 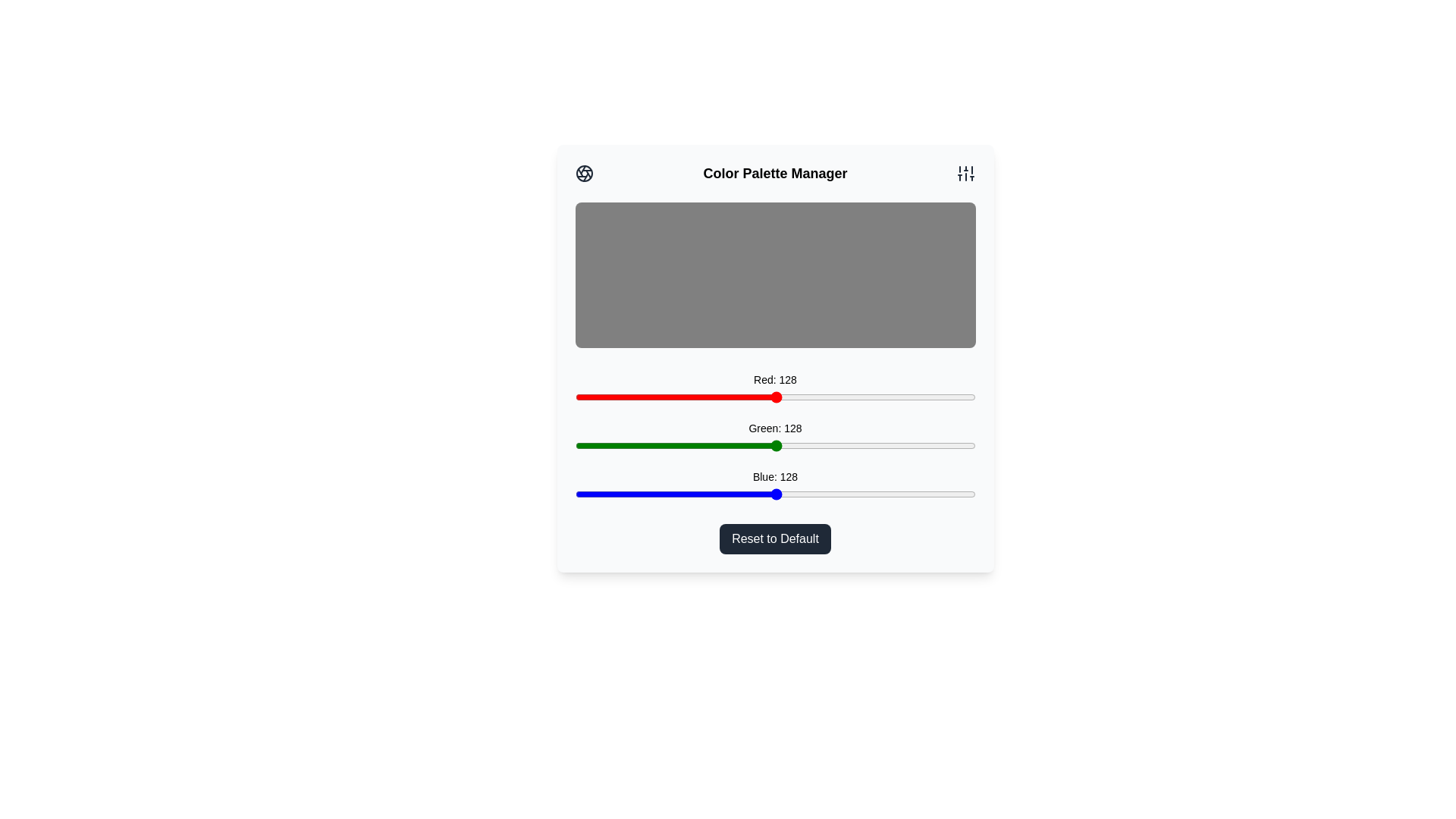 What do you see at coordinates (836, 494) in the screenshot?
I see `the blue slider to set the blue intensity to 167` at bounding box center [836, 494].